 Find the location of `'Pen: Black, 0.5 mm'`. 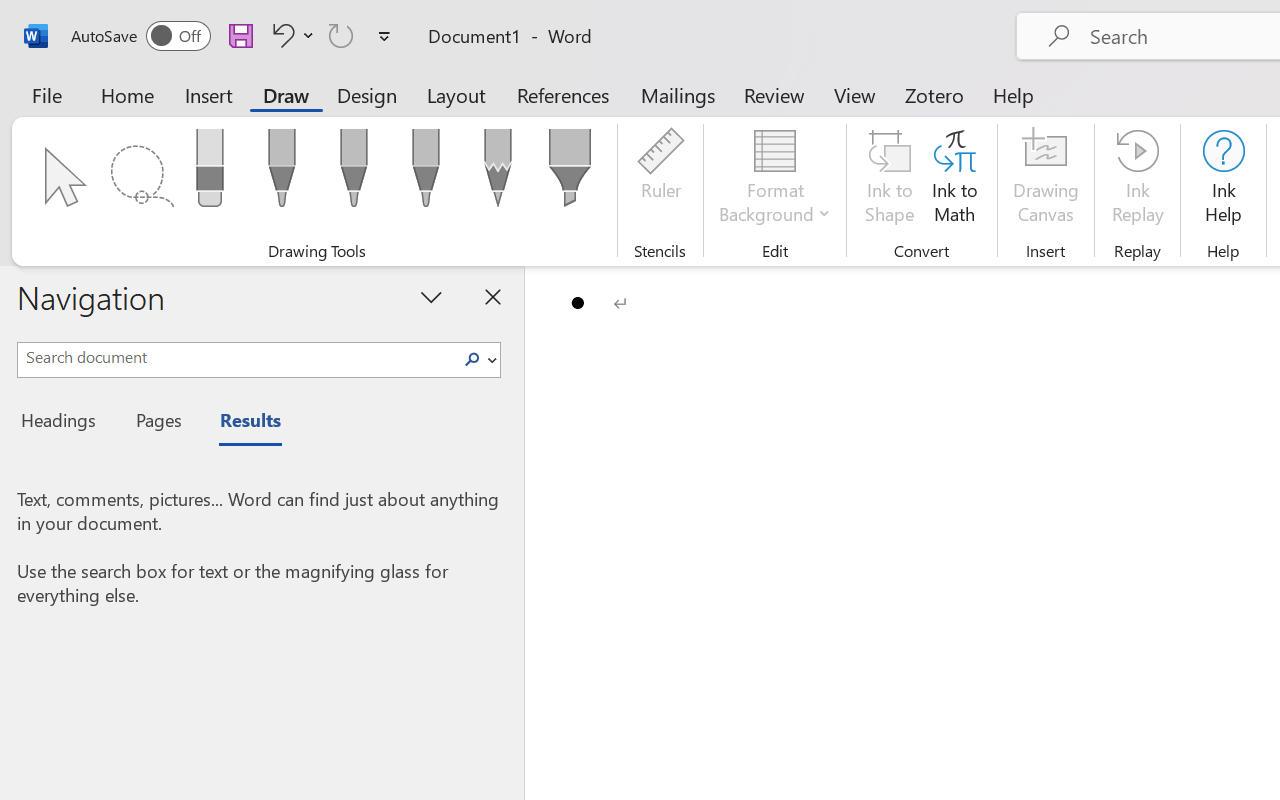

'Pen: Black, 0.5 mm' is located at coordinates (280, 173).